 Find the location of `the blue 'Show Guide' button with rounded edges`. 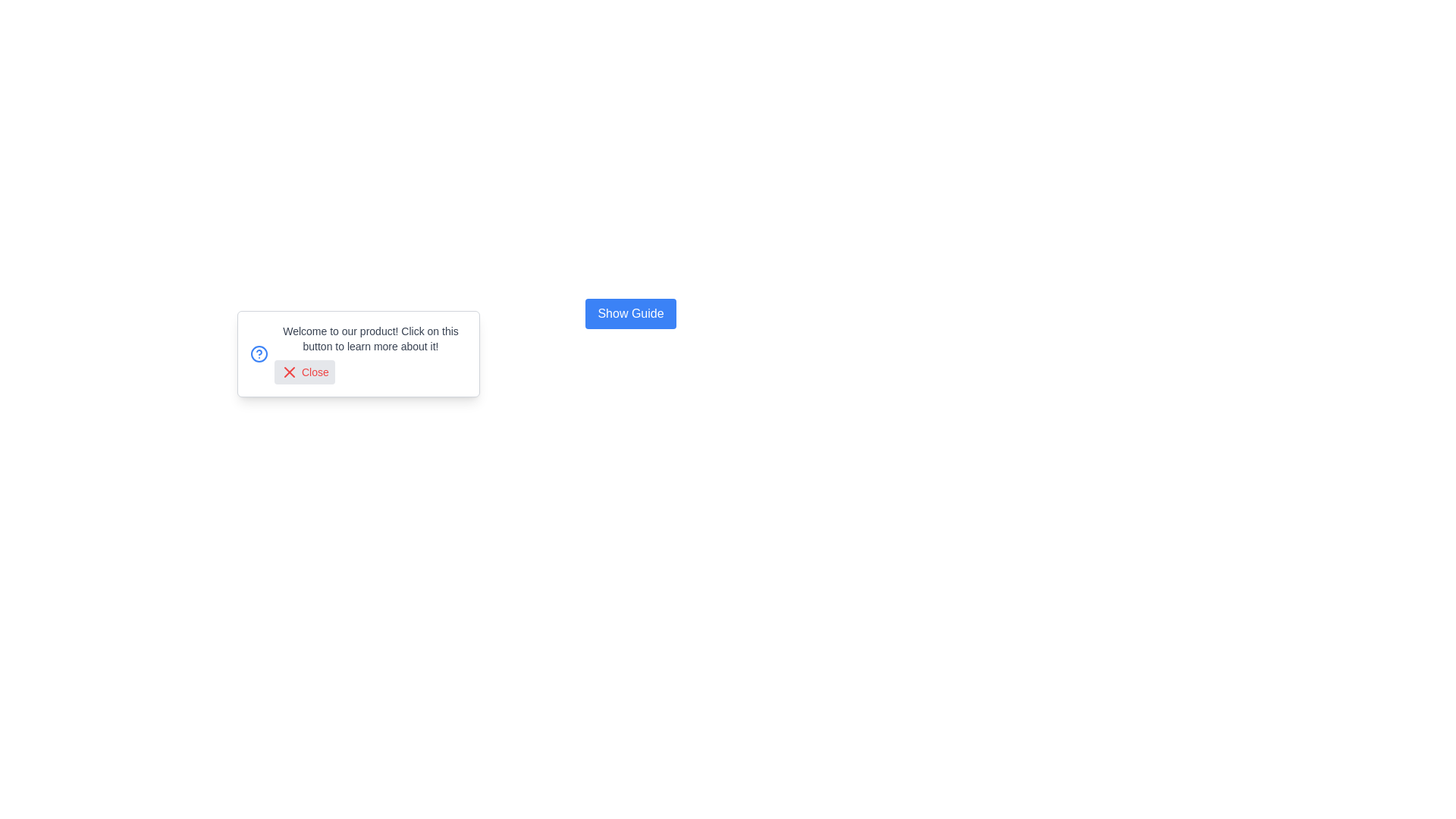

the blue 'Show Guide' button with rounded edges is located at coordinates (630, 312).